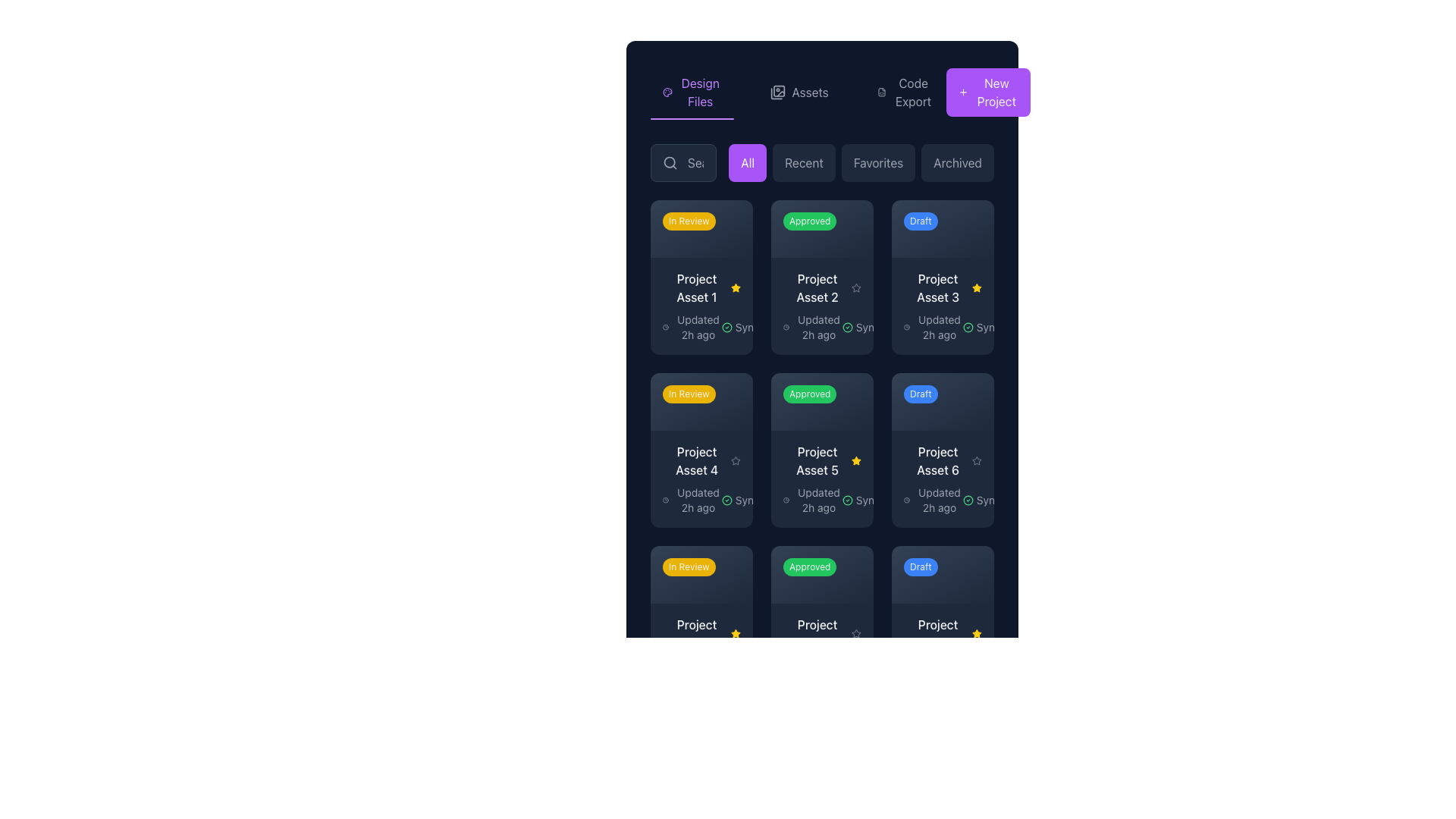 The height and width of the screenshot is (819, 1456). I want to click on the small circular clock icon located to the left of the text 'Updated 2h ago' in the second asset card of the top row, so click(786, 326).